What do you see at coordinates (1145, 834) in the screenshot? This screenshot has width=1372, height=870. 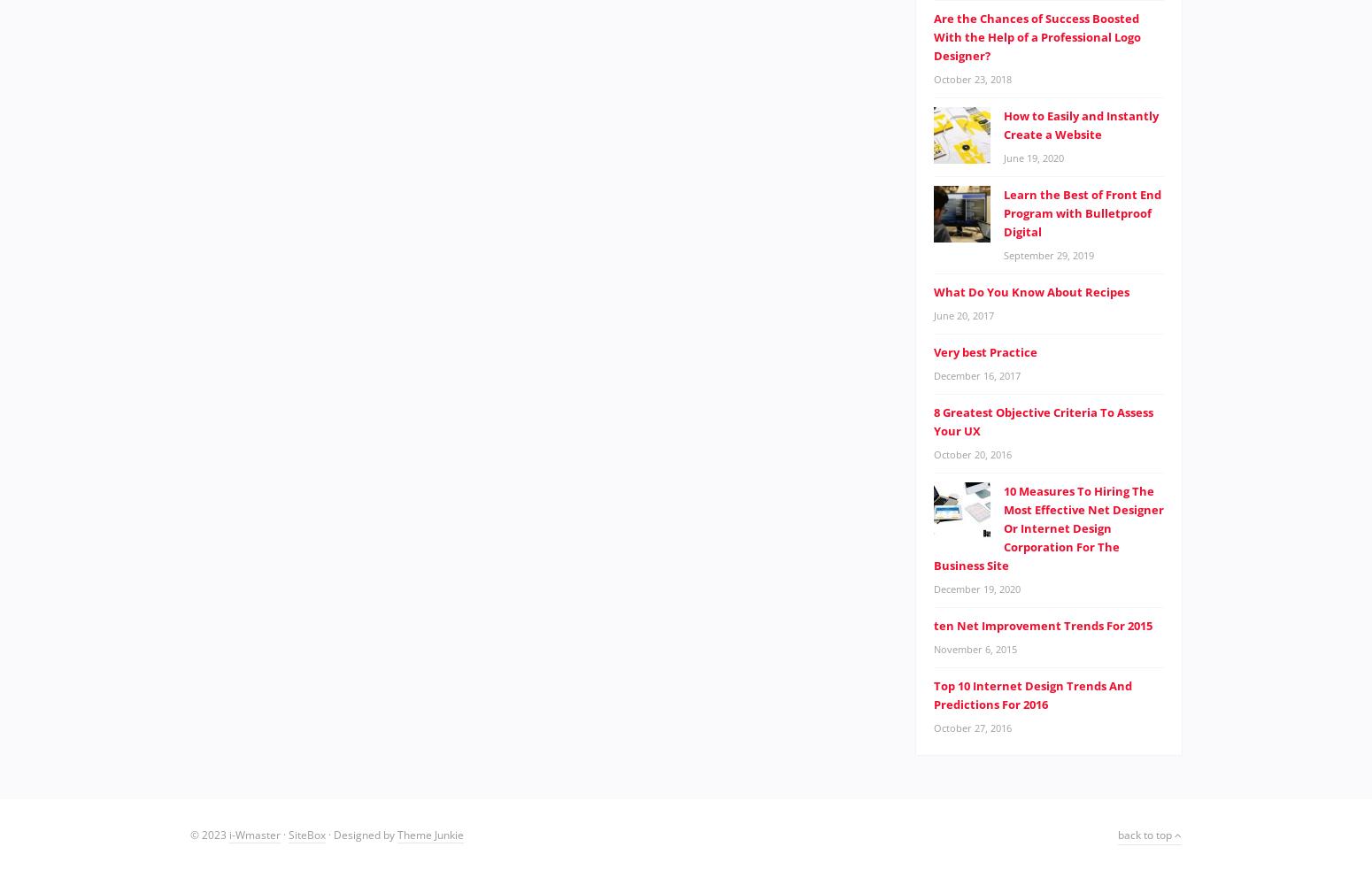 I see `'back to top'` at bounding box center [1145, 834].